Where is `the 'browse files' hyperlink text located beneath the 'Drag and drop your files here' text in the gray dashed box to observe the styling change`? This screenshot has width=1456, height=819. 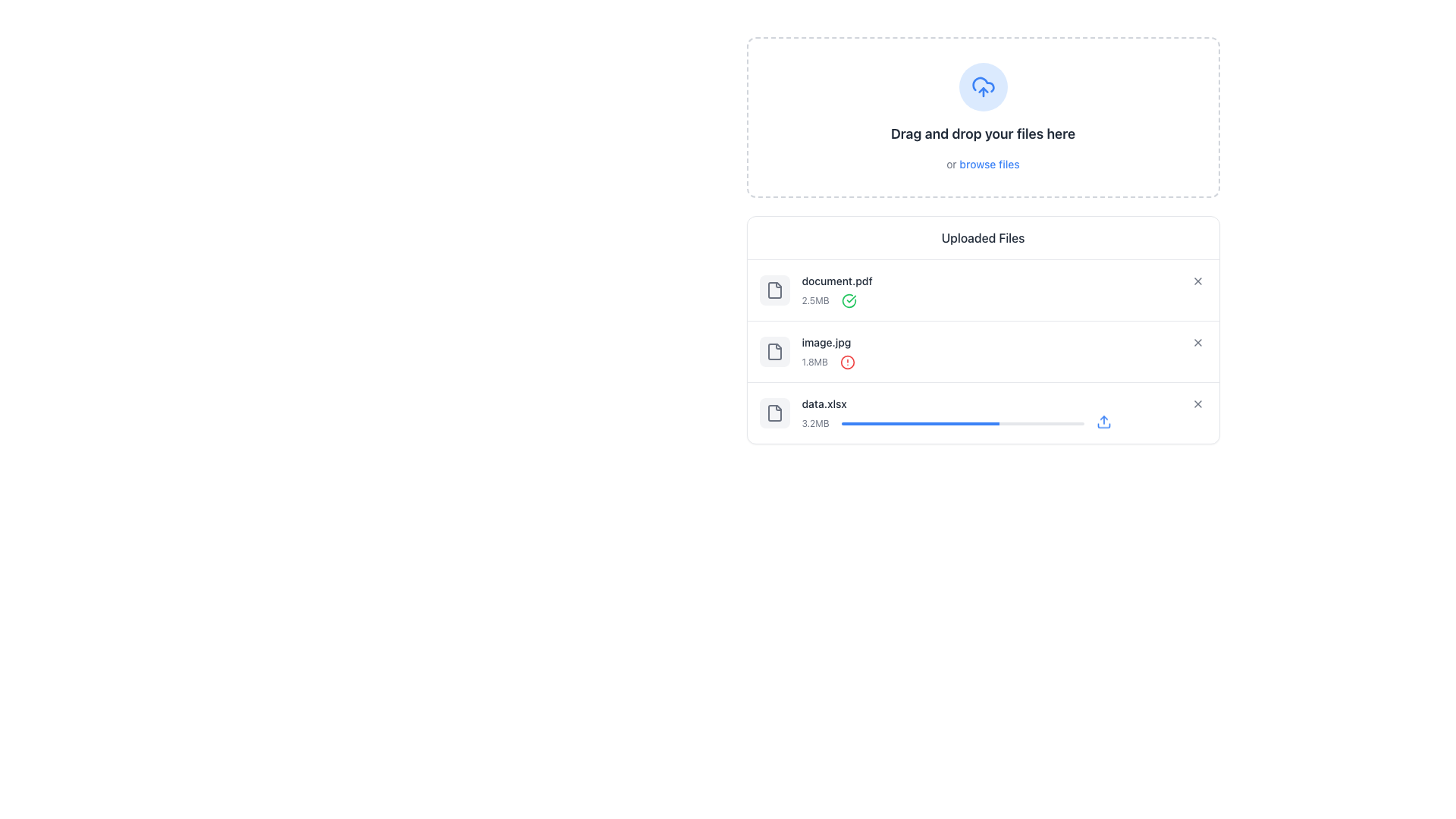 the 'browse files' hyperlink text located beneath the 'Drag and drop your files here' text in the gray dashed box to observe the styling change is located at coordinates (990, 164).